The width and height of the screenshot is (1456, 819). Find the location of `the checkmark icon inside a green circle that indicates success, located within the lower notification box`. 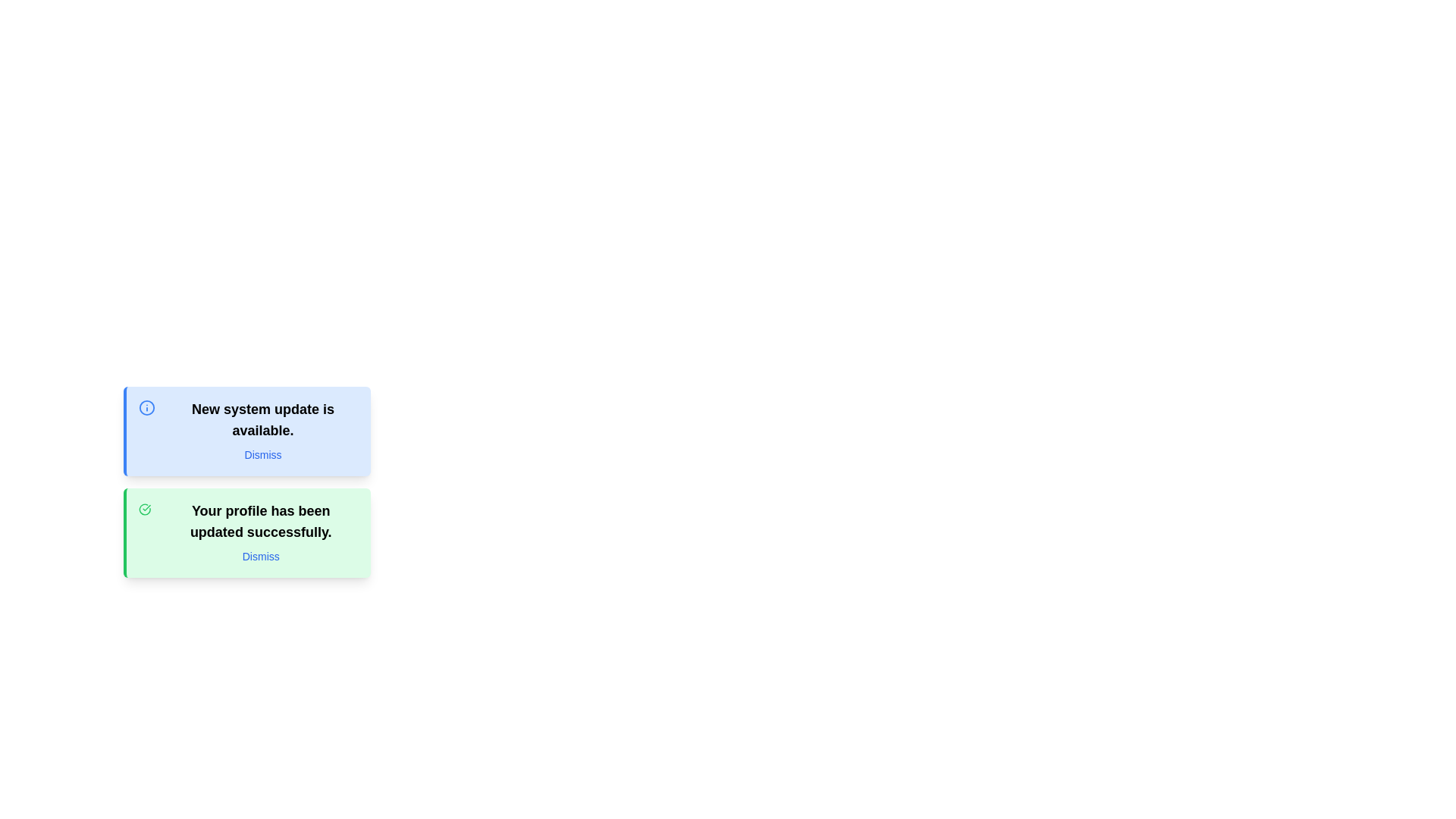

the checkmark icon inside a green circle that indicates success, located within the lower notification box is located at coordinates (145, 509).